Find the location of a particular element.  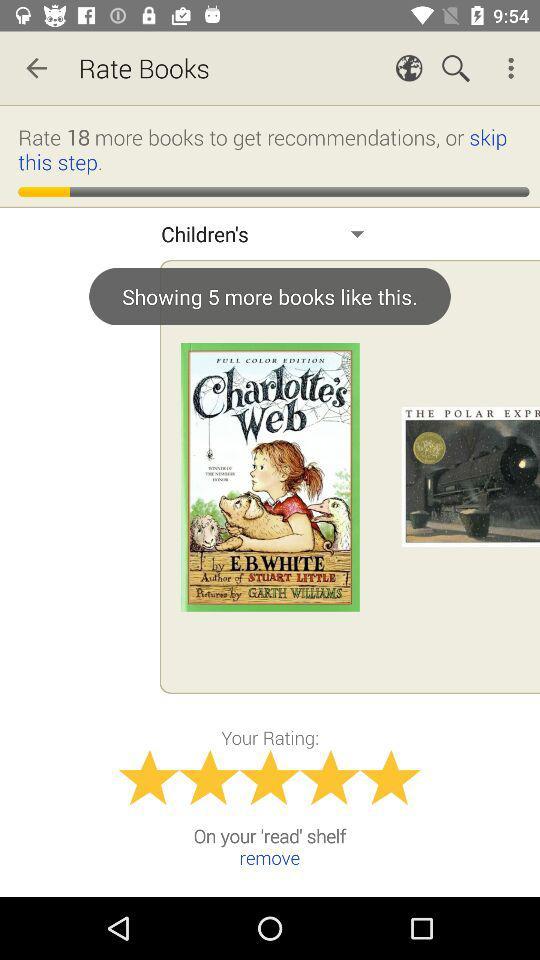

the two lines text below rate books is located at coordinates (272, 148).